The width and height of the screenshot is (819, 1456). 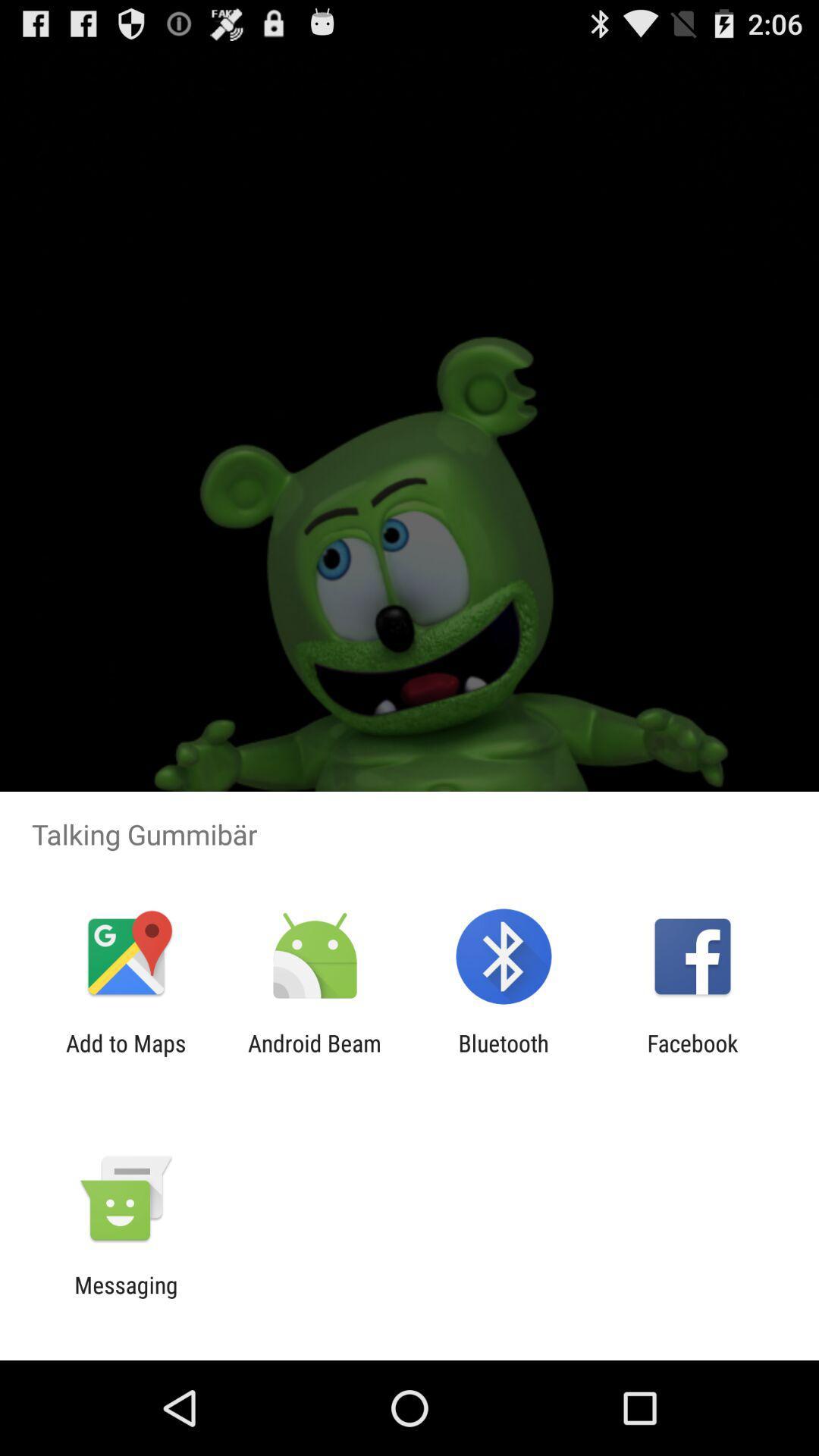 I want to click on the bluetooth icon, so click(x=504, y=1056).